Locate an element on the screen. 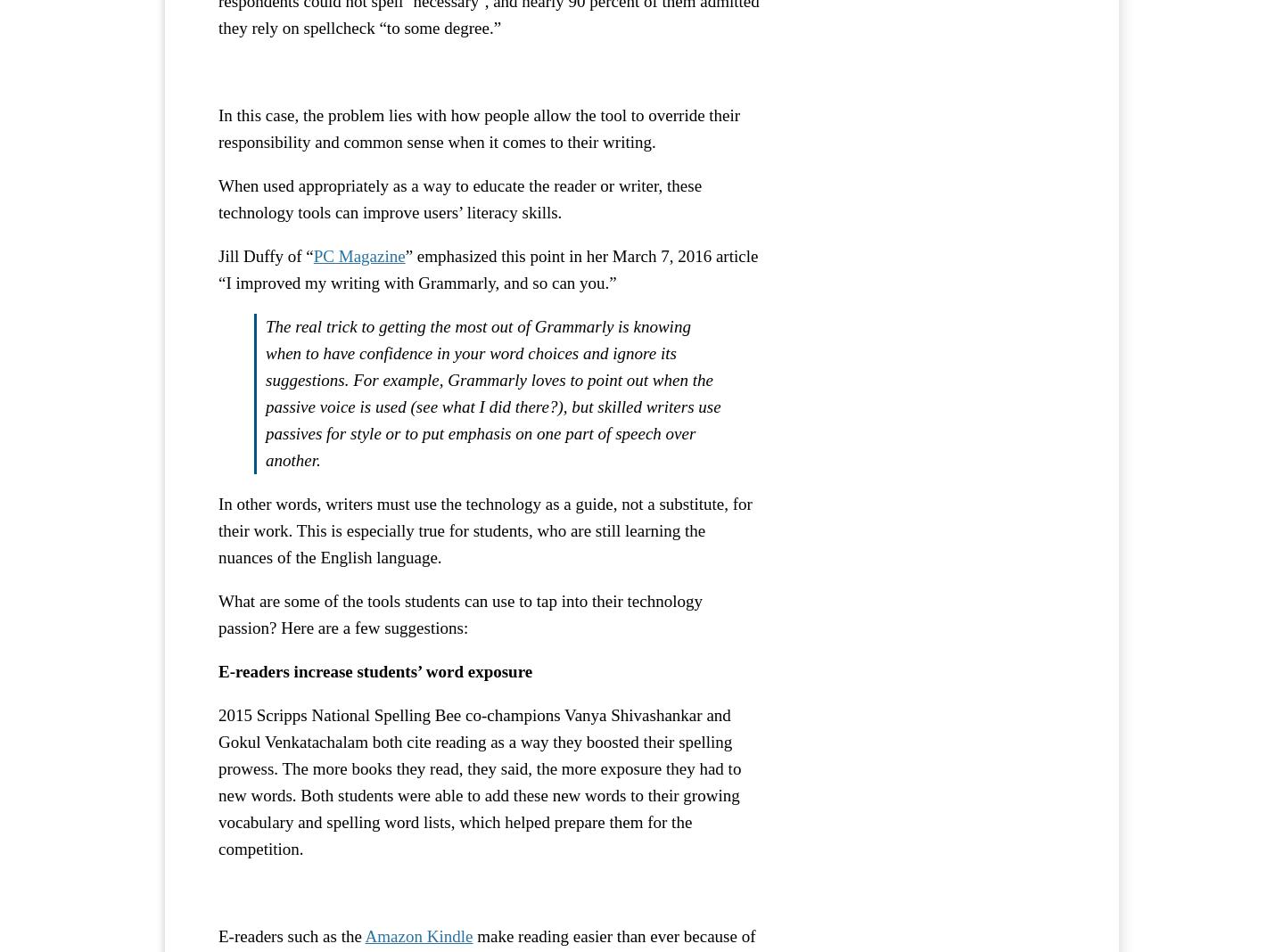 The image size is (1284, 952). 'E-readers such as the' is located at coordinates (292, 935).